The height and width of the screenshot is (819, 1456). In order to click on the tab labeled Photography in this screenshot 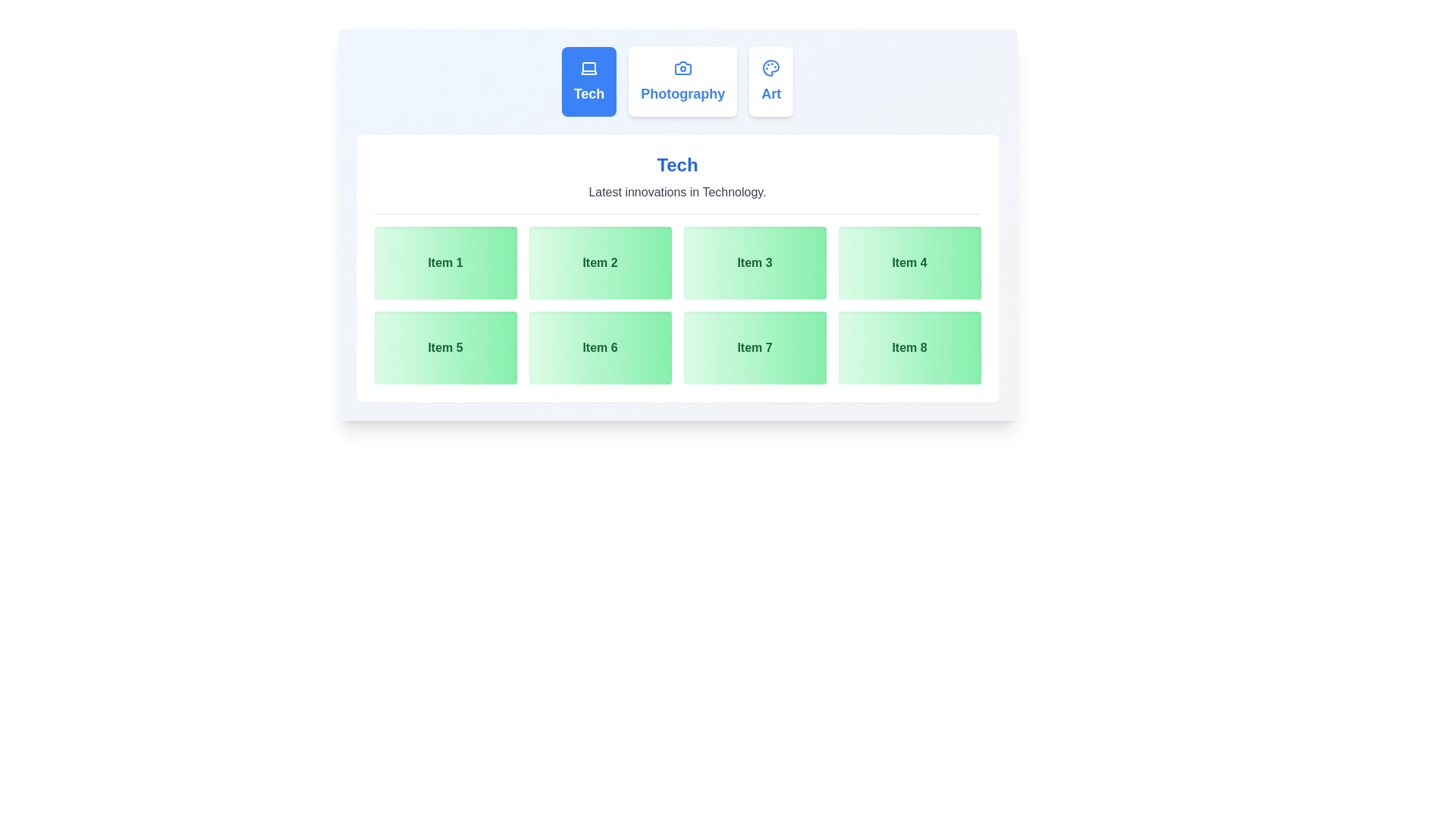, I will do `click(682, 82)`.